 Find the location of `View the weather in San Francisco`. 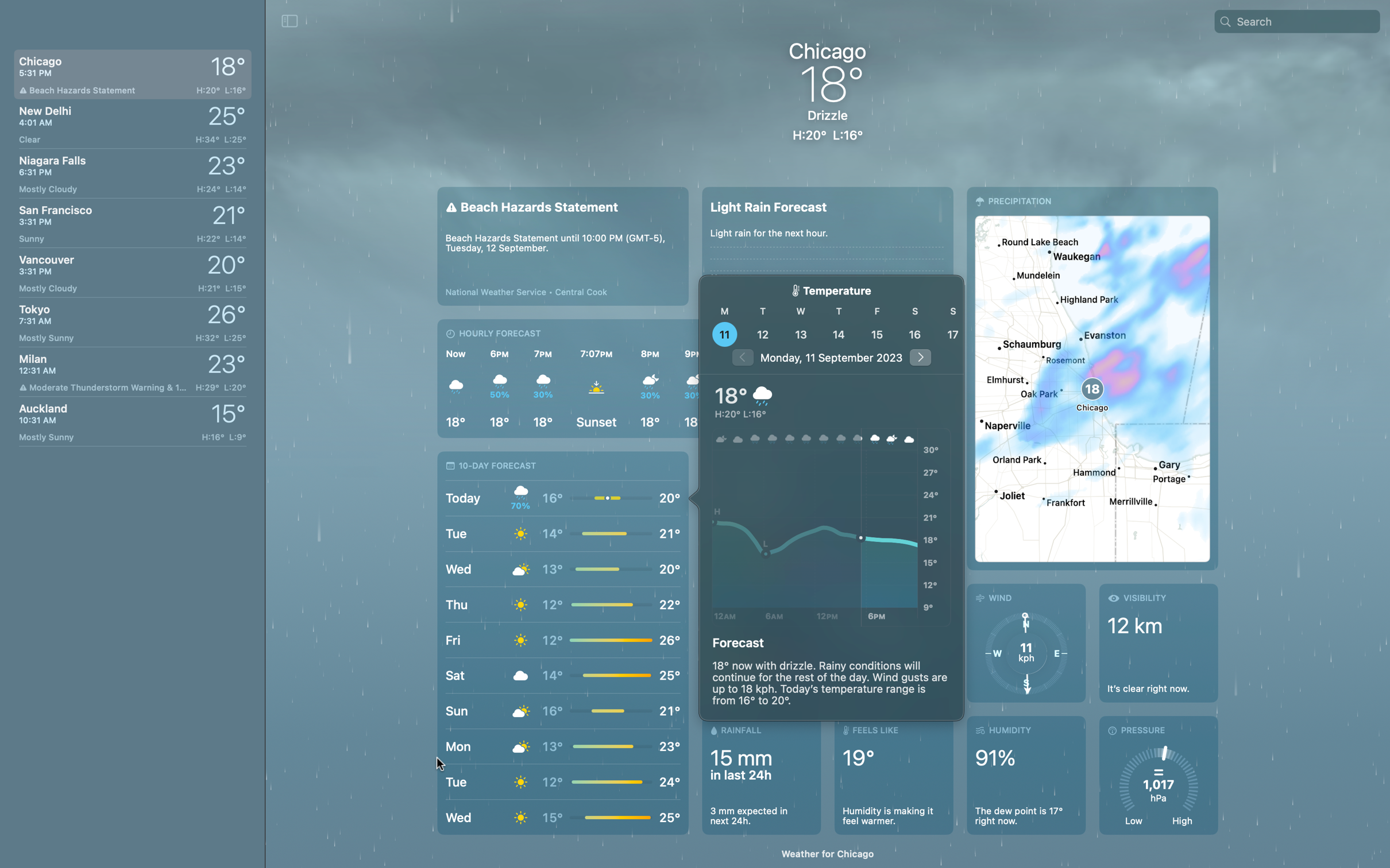

View the weather in San Francisco is located at coordinates (130, 219).